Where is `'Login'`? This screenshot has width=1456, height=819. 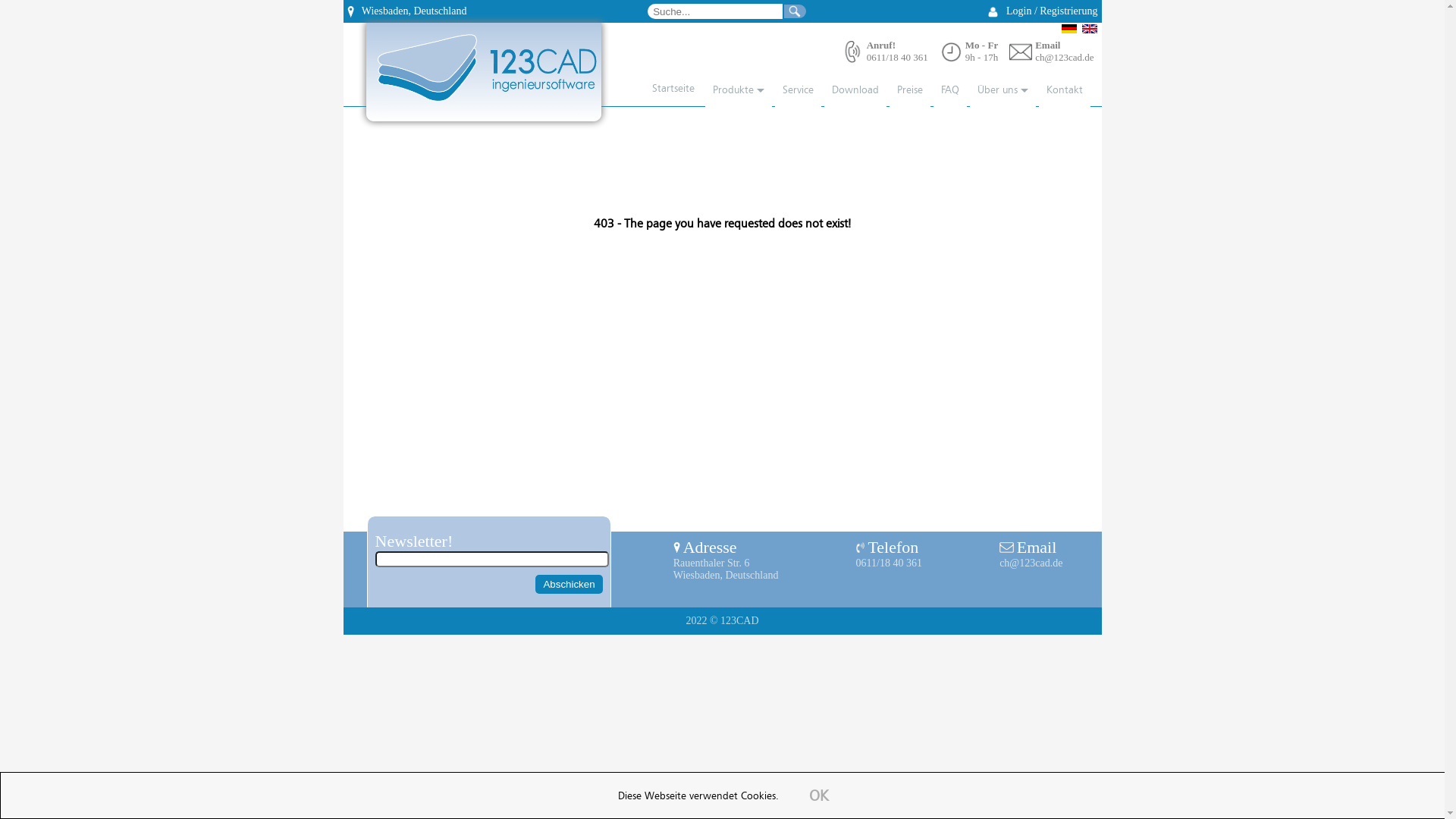 'Login' is located at coordinates (1018, 11).